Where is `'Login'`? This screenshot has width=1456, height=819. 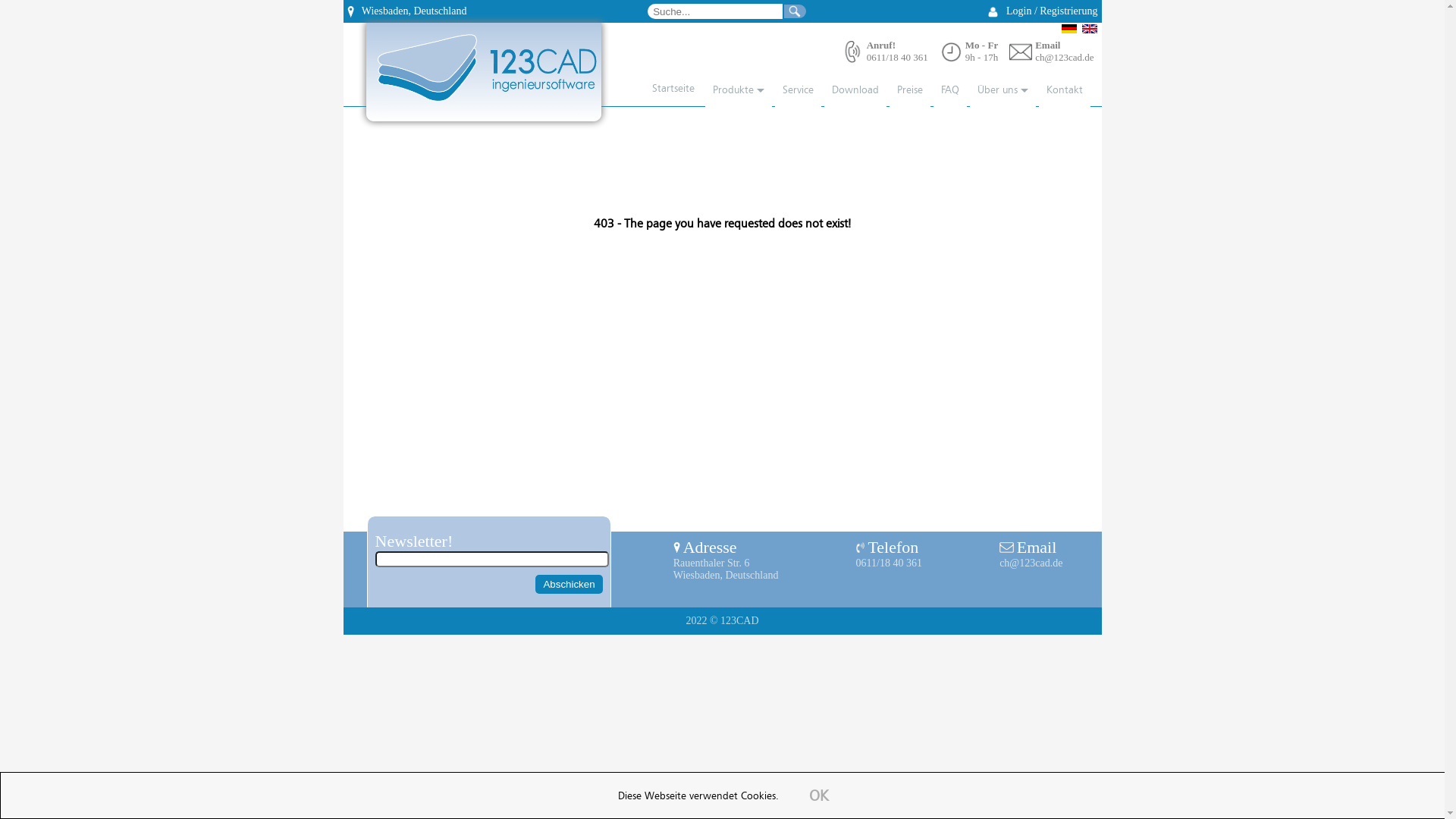 'Login' is located at coordinates (1018, 11).